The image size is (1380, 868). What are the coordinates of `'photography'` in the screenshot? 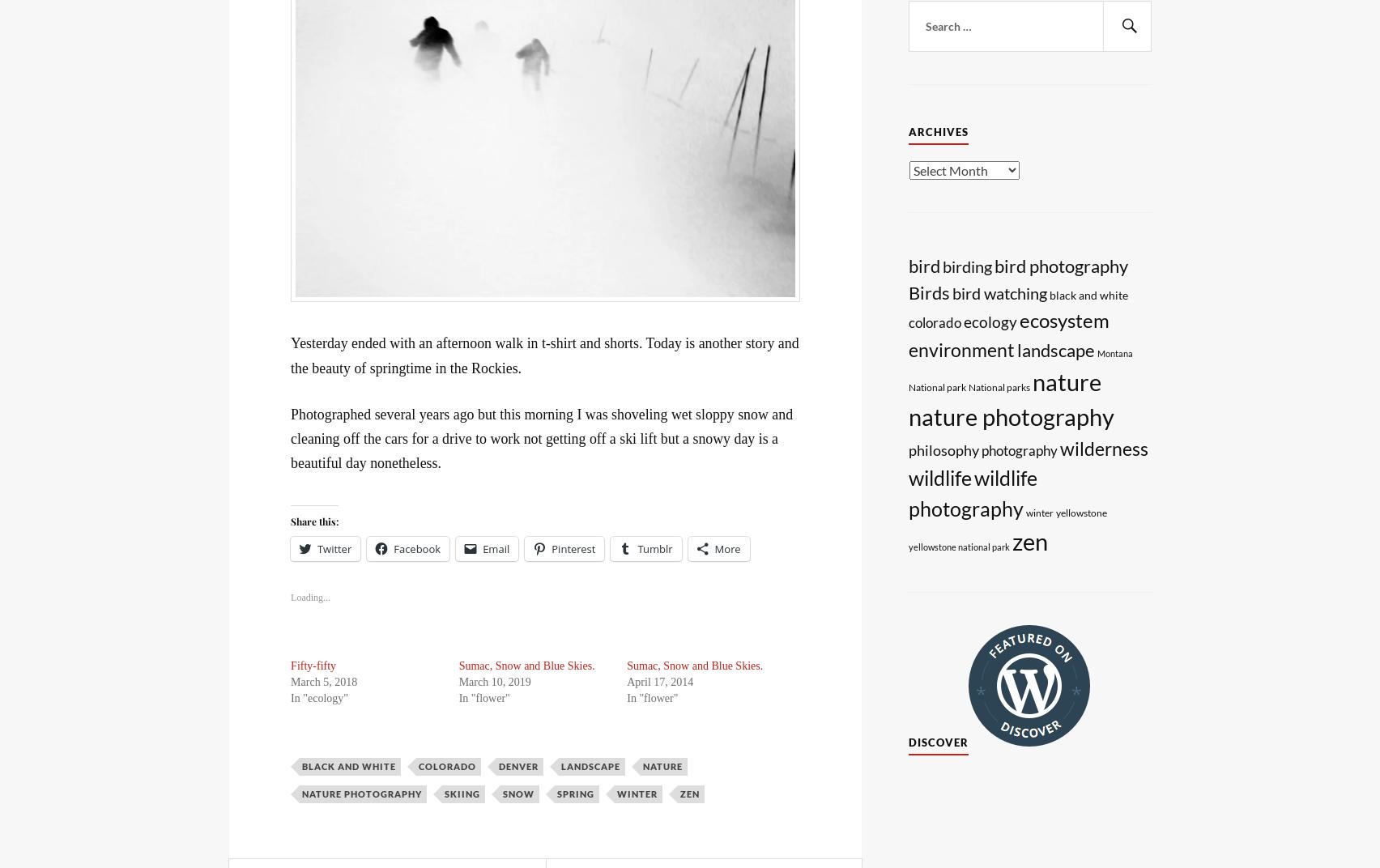 It's located at (981, 449).